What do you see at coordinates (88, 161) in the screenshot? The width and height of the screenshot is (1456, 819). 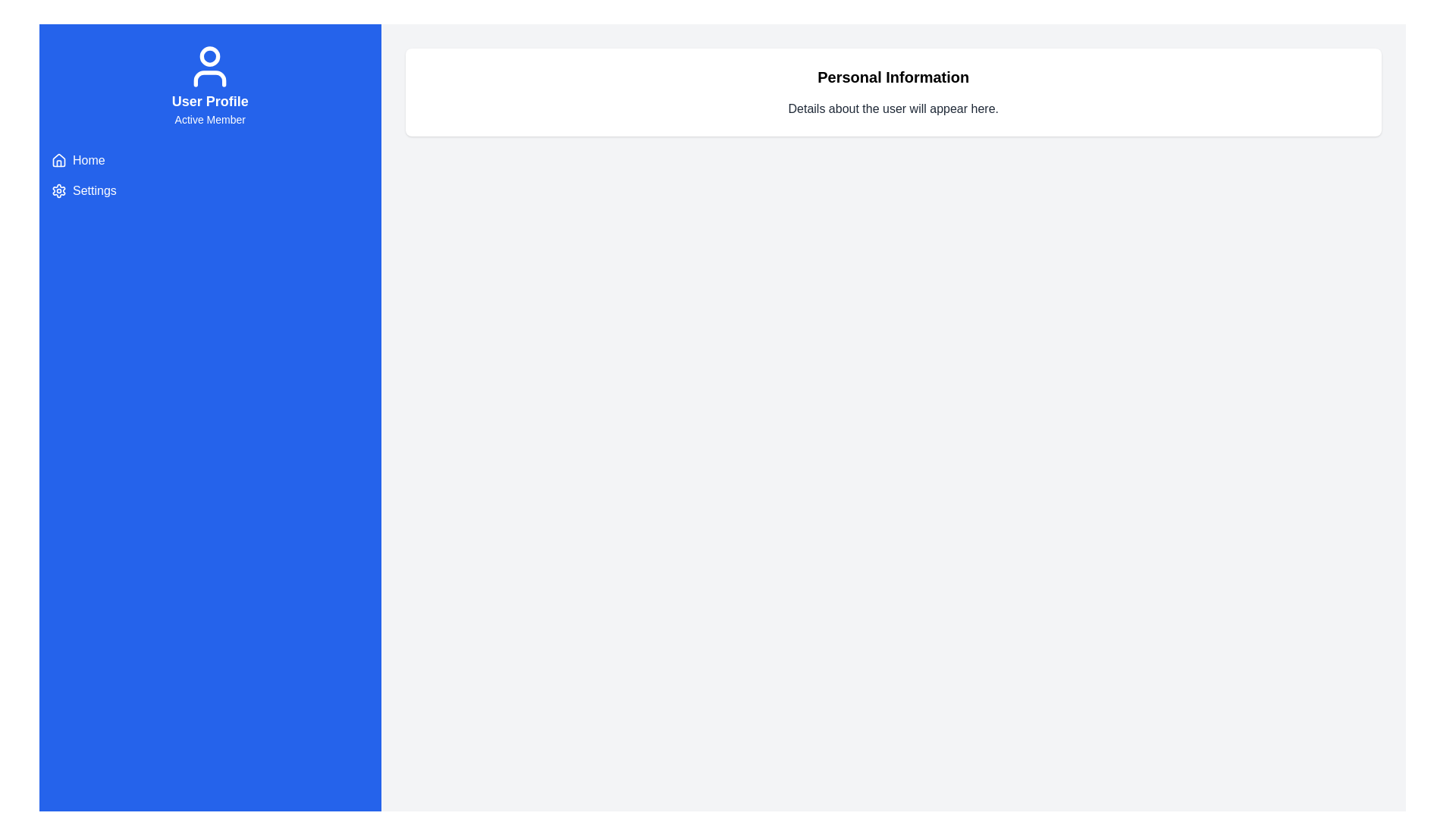 I see `the 'Home' navigation link in the blue sidebar` at bounding box center [88, 161].